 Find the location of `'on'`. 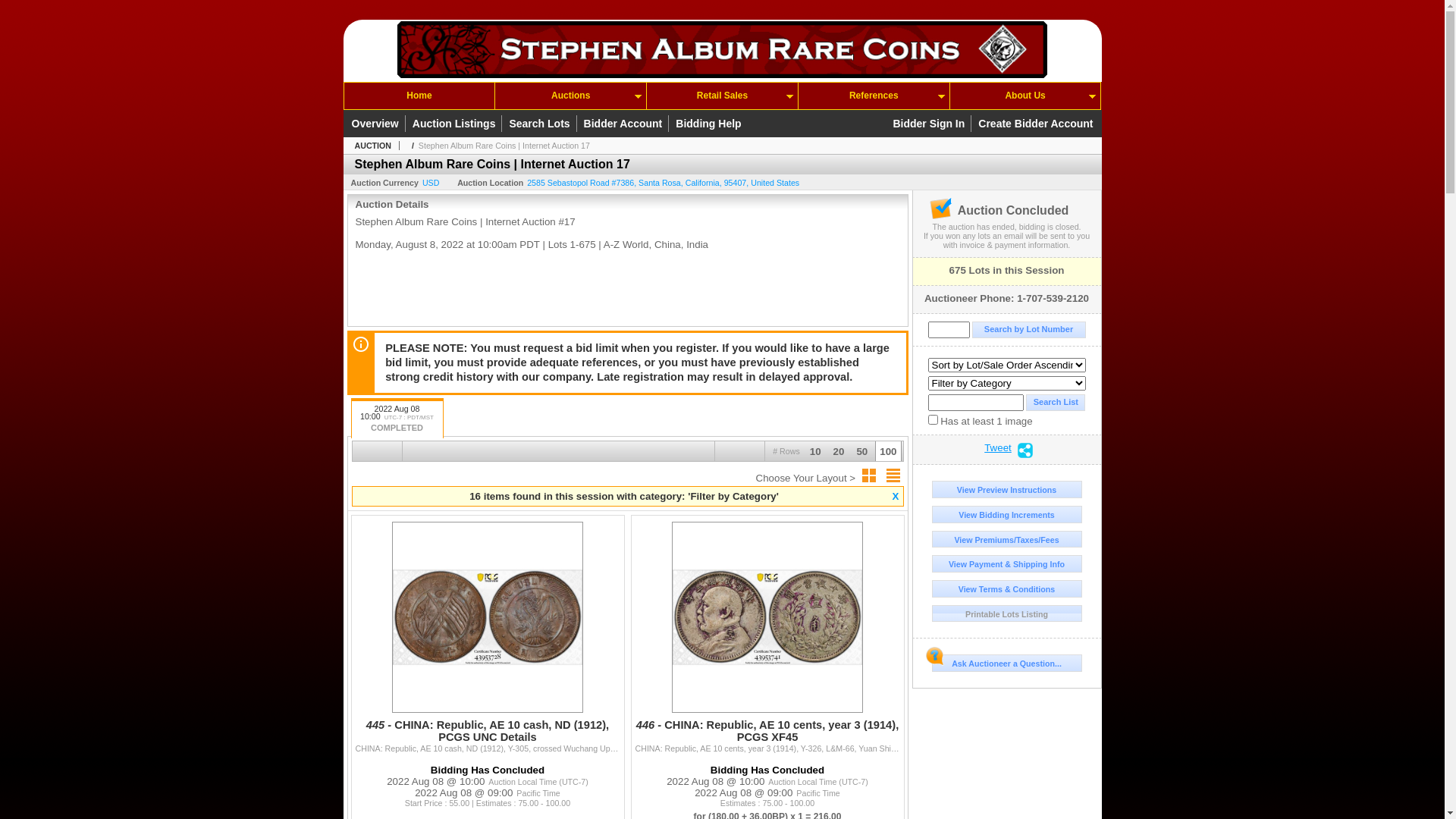

'on' is located at coordinates (927, 419).